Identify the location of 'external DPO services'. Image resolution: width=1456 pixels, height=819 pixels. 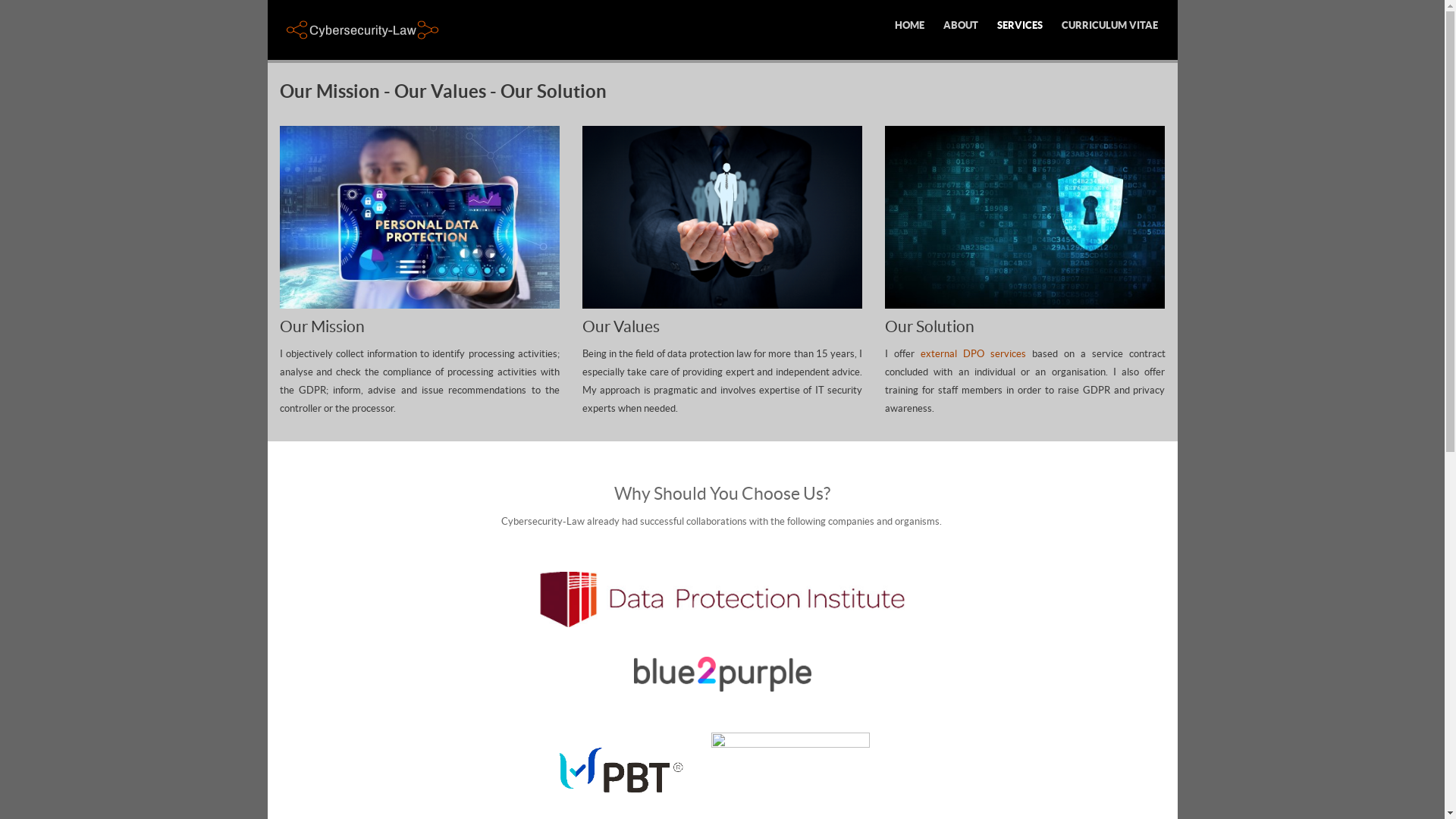
(973, 353).